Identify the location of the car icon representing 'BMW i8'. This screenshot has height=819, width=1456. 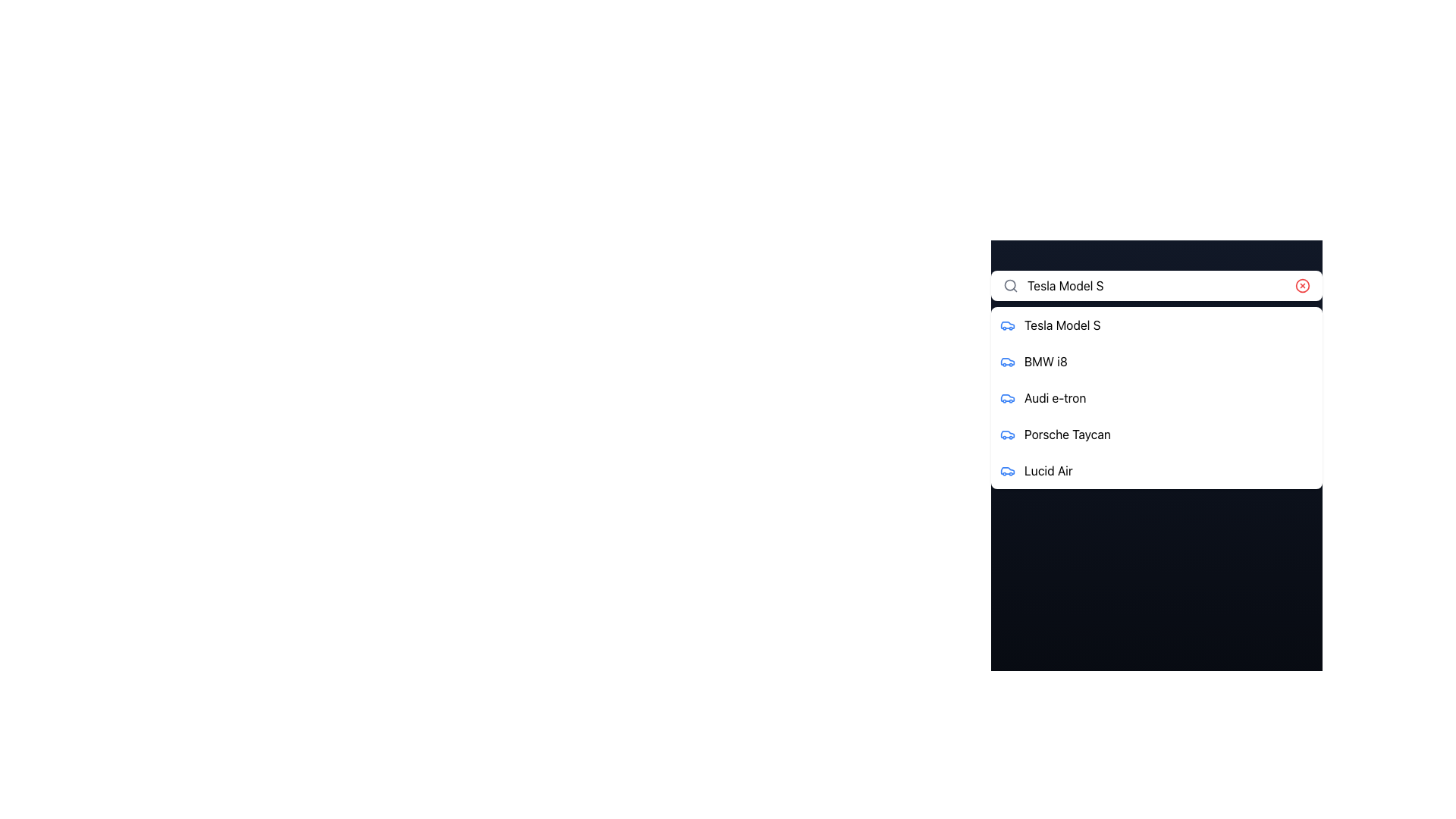
(1008, 362).